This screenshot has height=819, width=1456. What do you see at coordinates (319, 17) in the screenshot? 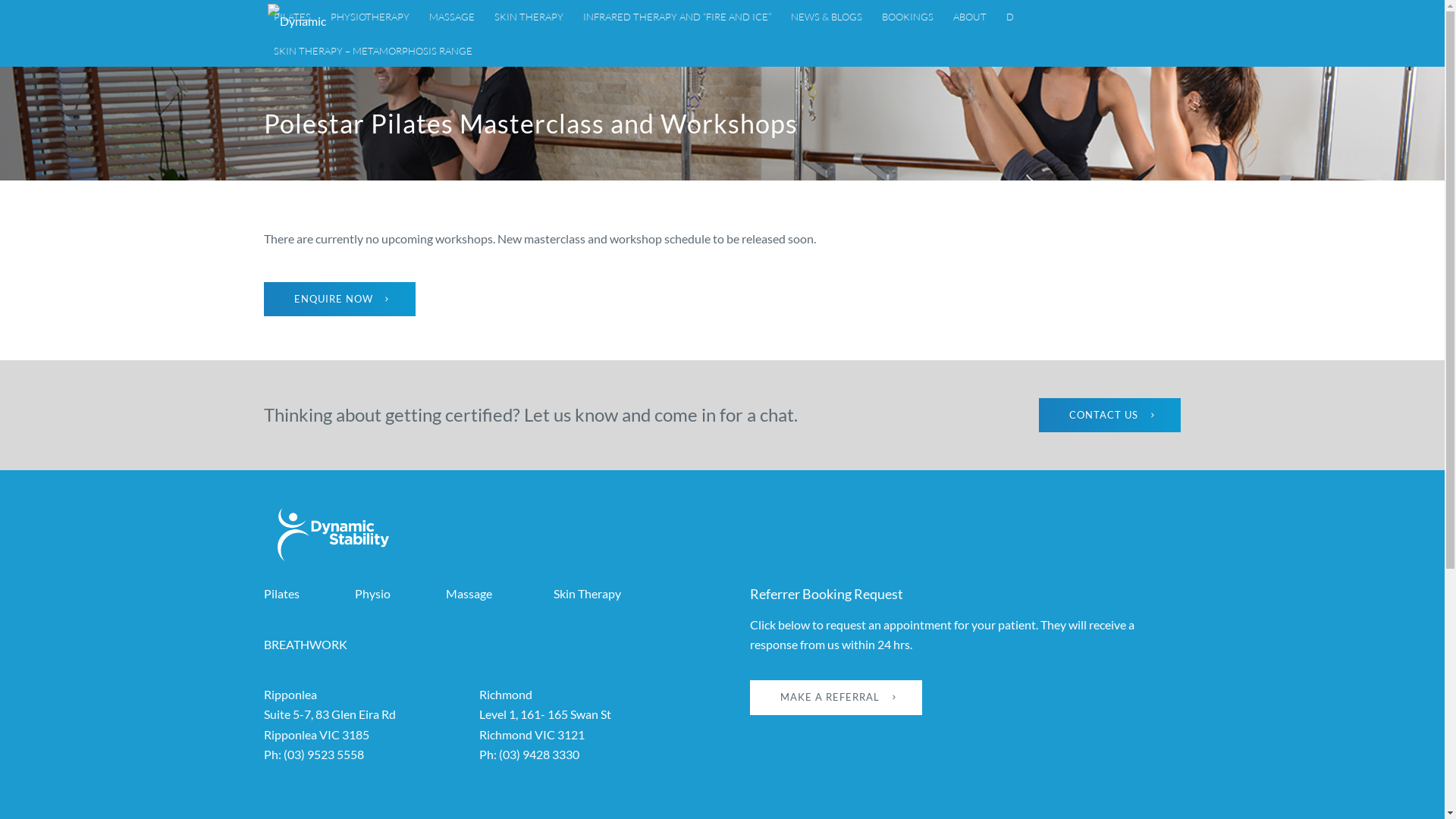
I see `'PHYSIOTHERAPY'` at bounding box center [319, 17].